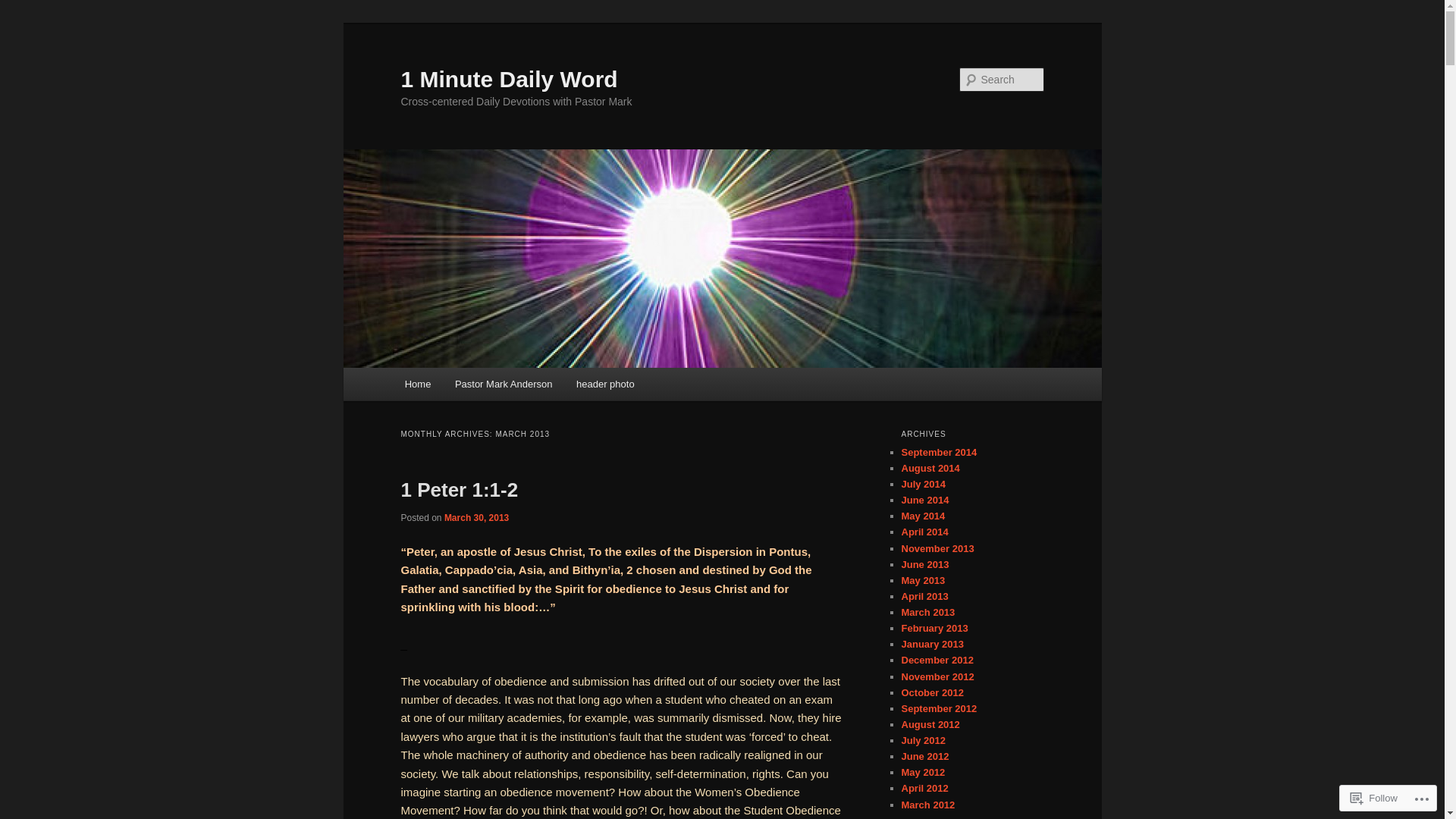  Describe the element at coordinates (937, 676) in the screenshot. I see `'November 2012'` at that location.